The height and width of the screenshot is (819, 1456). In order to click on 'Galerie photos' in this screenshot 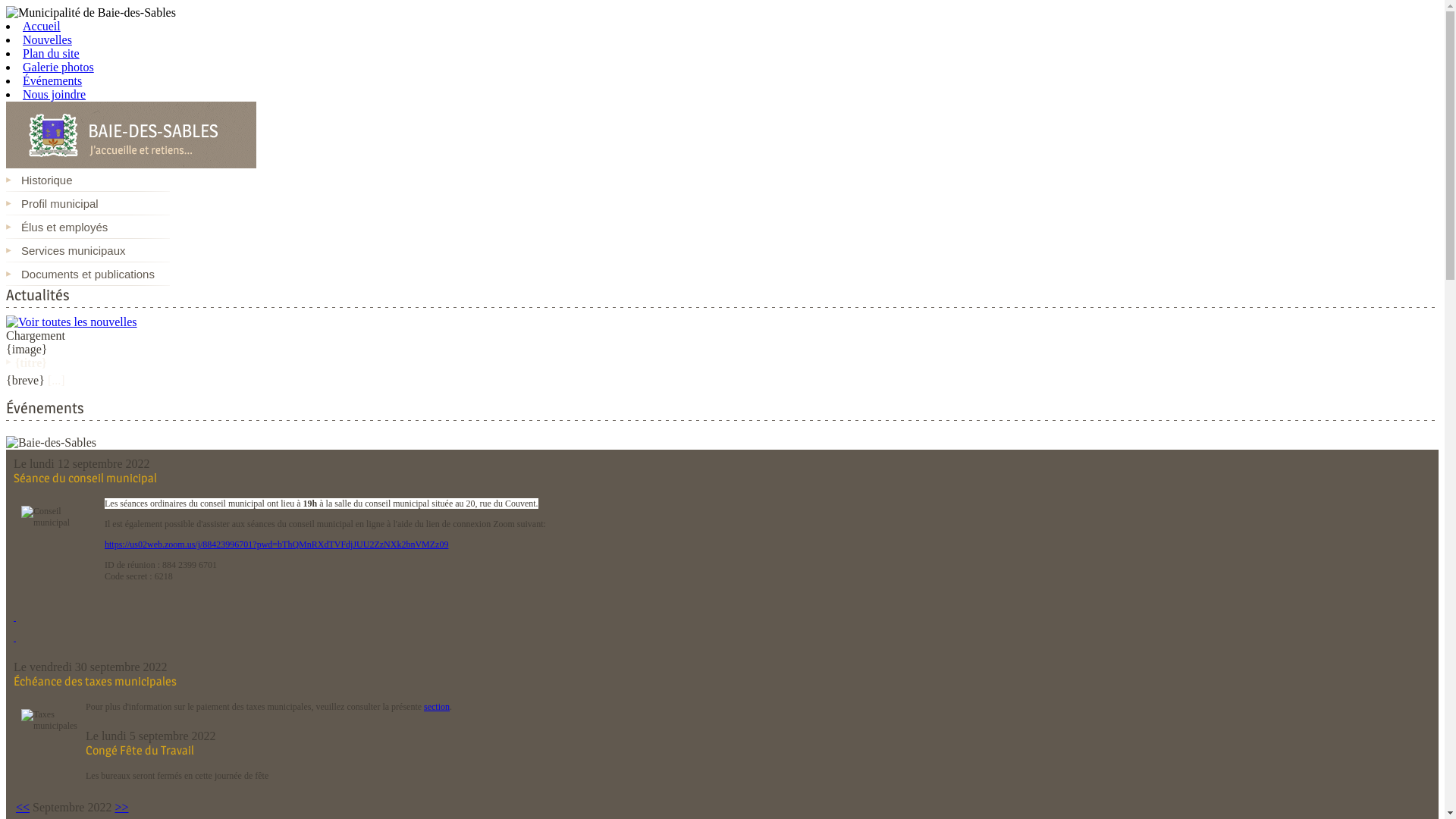, I will do `click(58, 66)`.